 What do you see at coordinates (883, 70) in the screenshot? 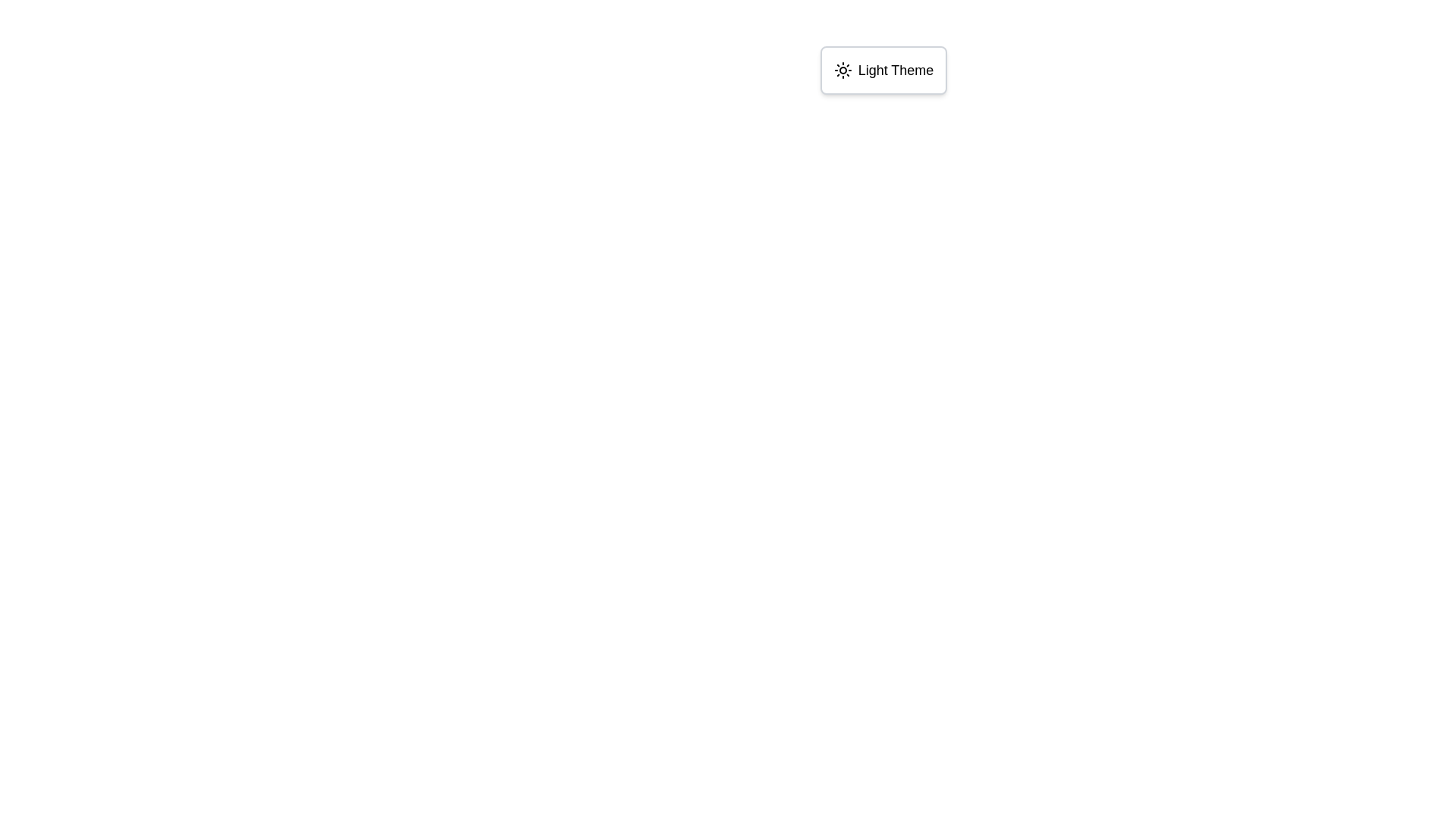
I see `the toggle switch button labeled 'Light Theme' with a sun icon` at bounding box center [883, 70].